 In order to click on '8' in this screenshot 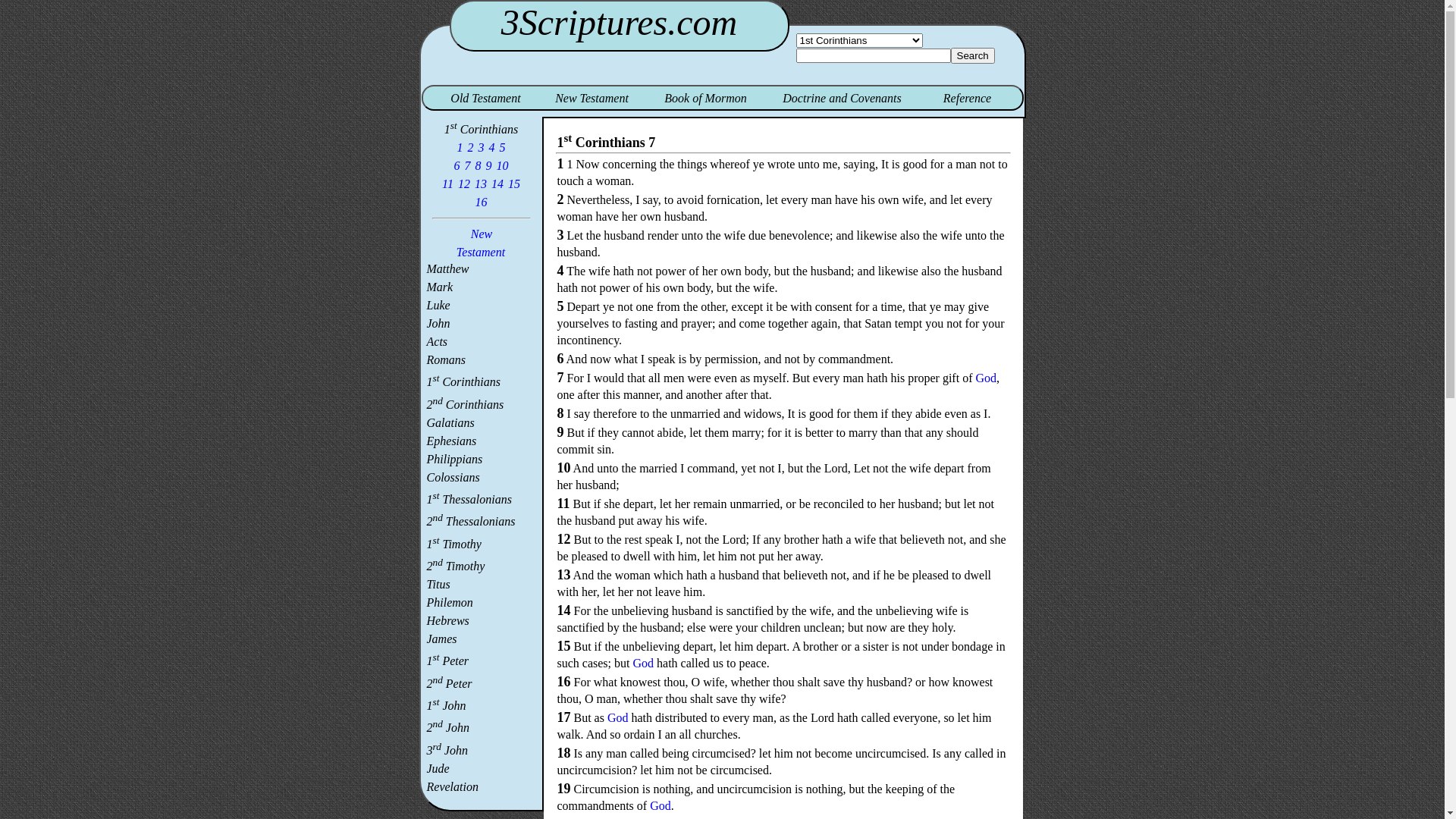, I will do `click(477, 165)`.